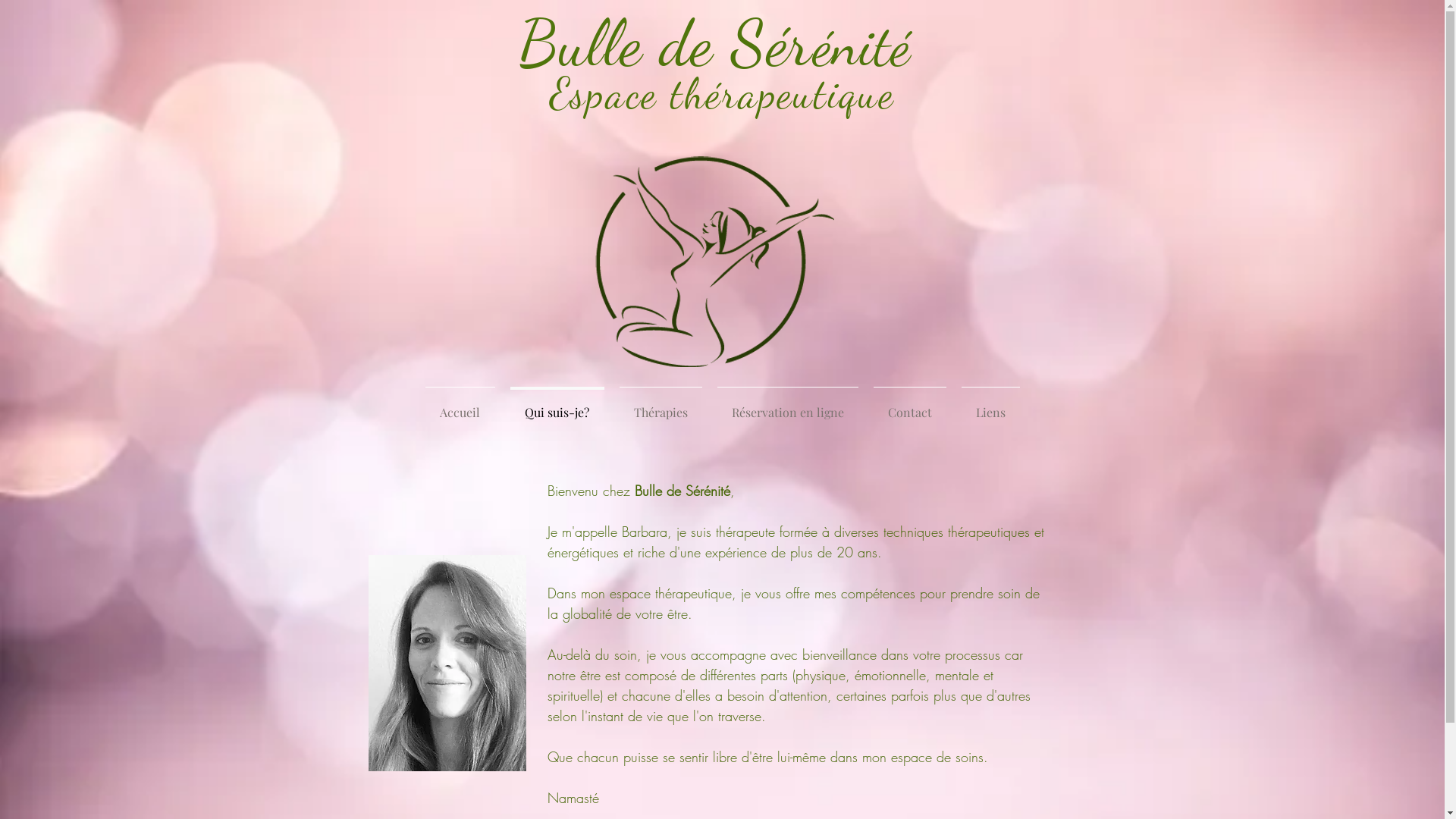 The height and width of the screenshot is (819, 1456). What do you see at coordinates (866, 405) in the screenshot?
I see `'Contact'` at bounding box center [866, 405].